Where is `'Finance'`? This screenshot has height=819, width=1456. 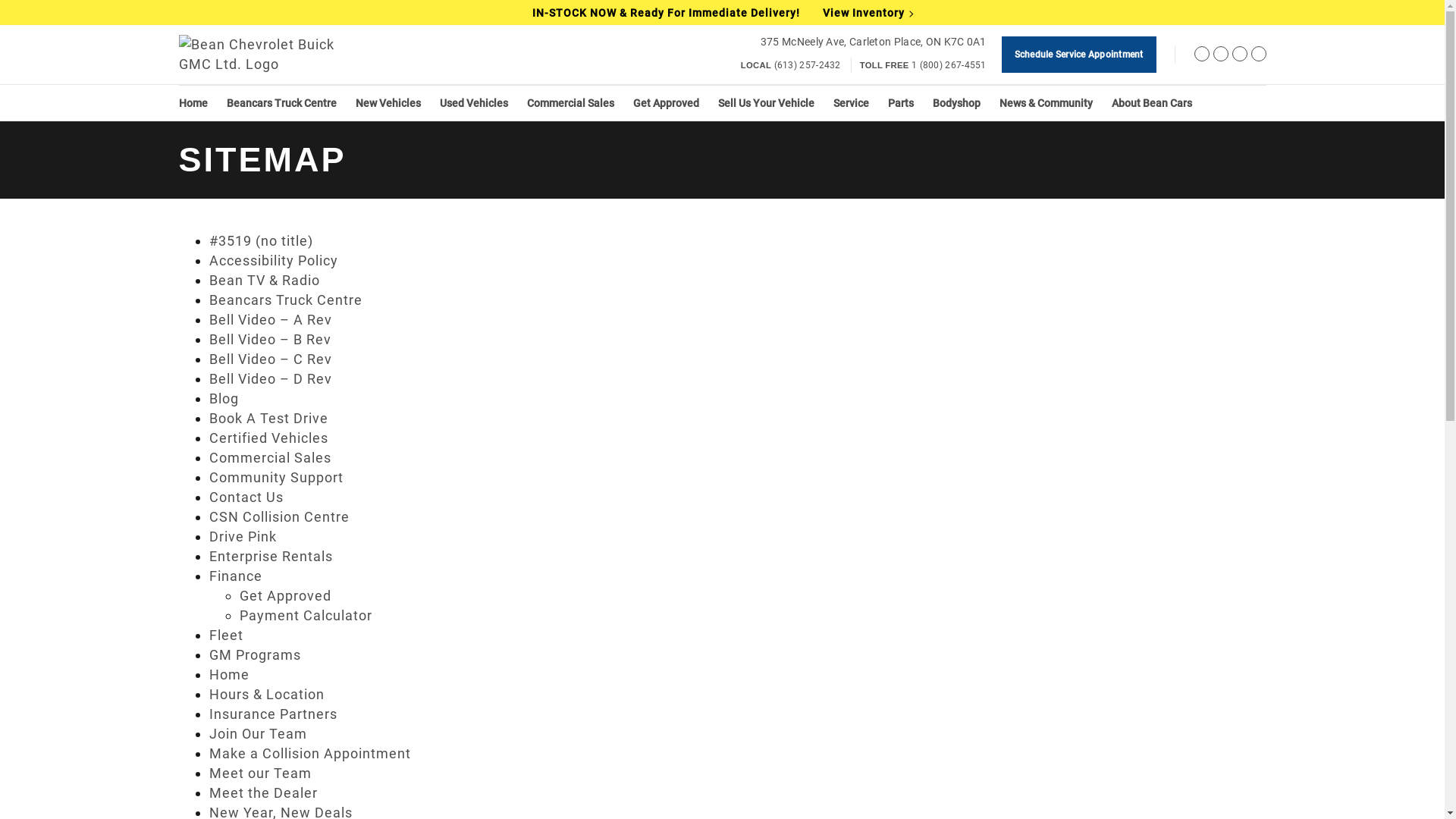
'Finance' is located at coordinates (235, 576).